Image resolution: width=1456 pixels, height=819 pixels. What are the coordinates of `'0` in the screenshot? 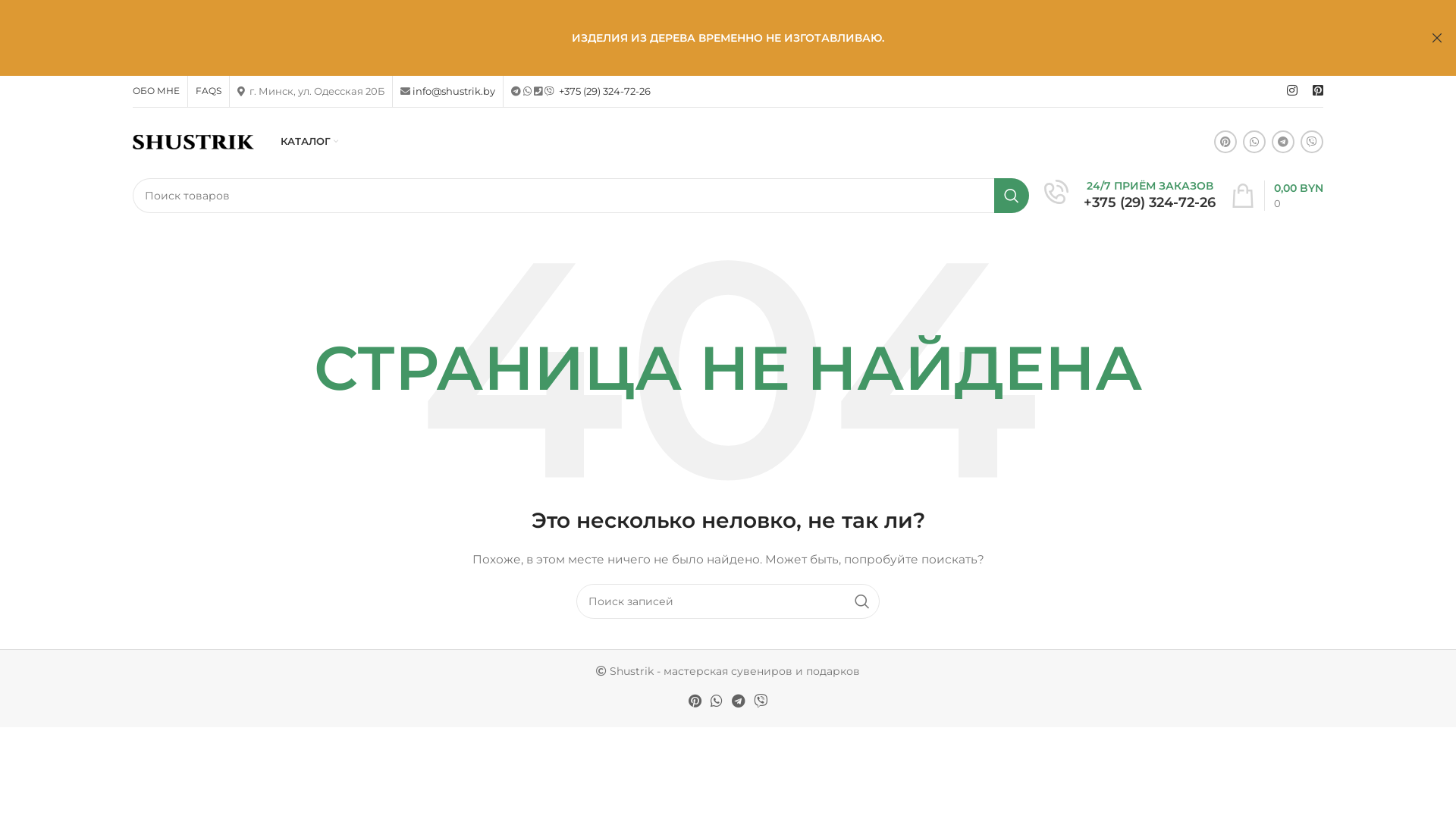 It's located at (1276, 195).